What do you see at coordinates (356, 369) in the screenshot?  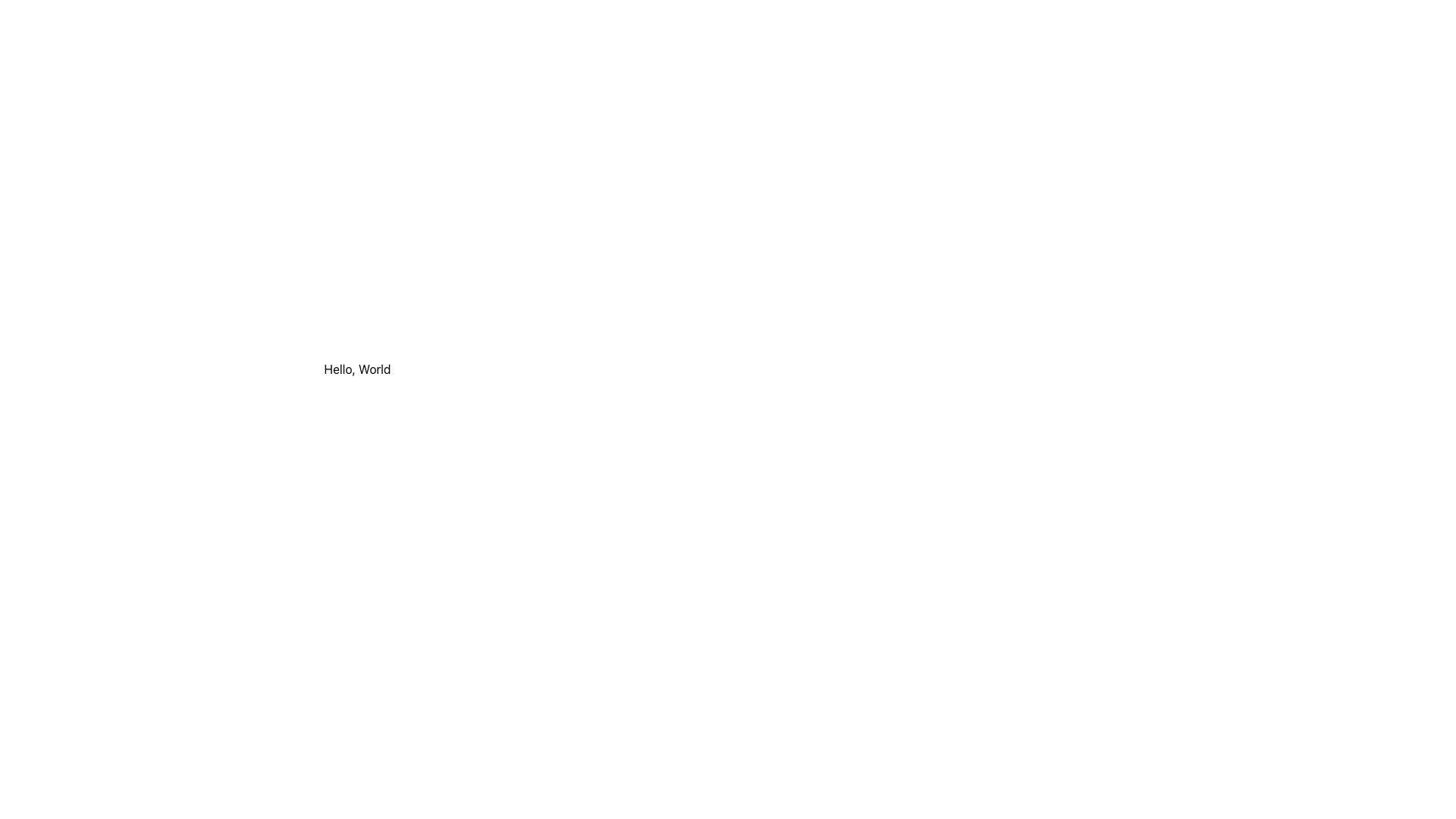 I see `the text label displaying 'Hello, World'` at bounding box center [356, 369].